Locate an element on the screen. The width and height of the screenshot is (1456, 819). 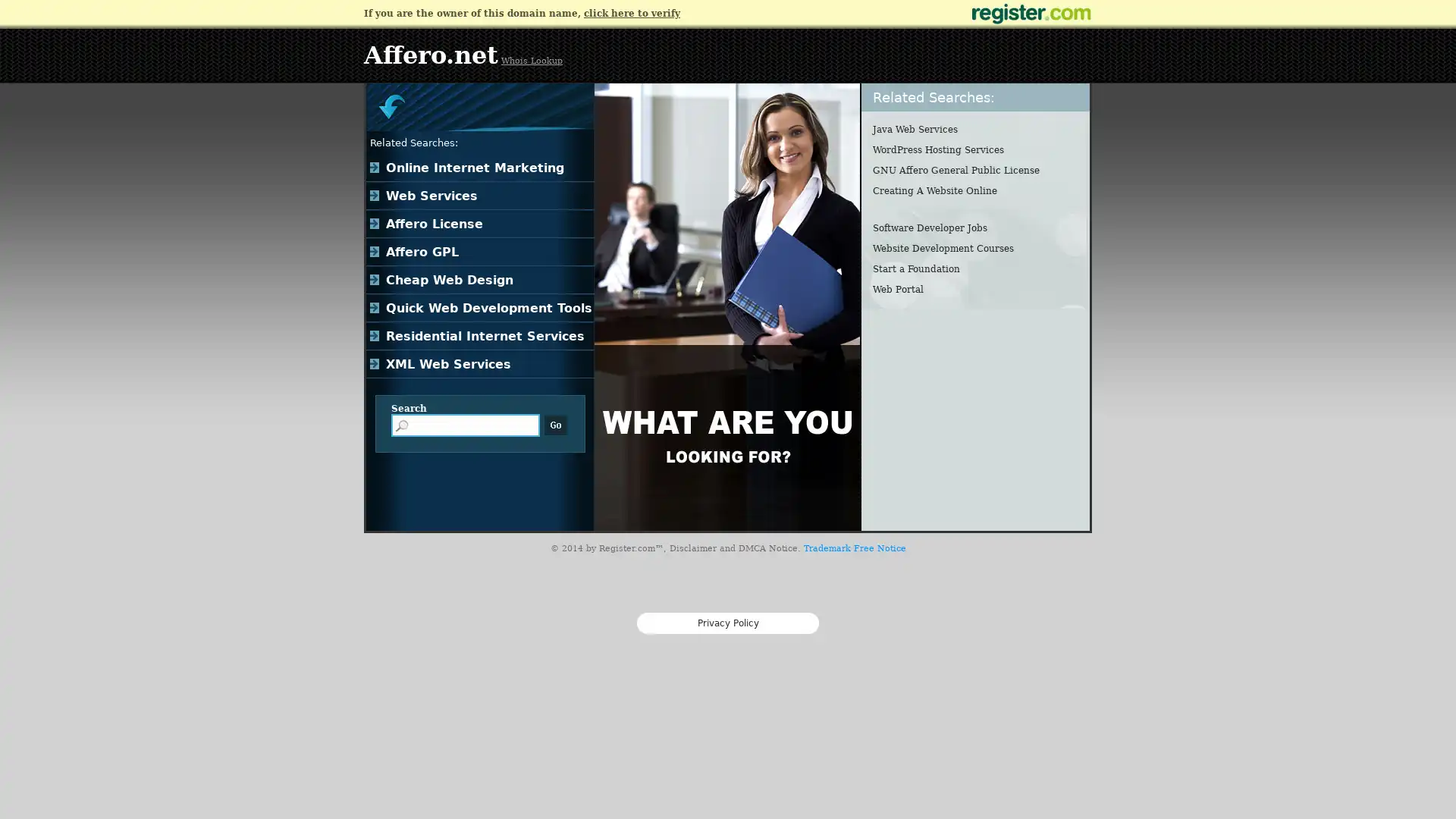
Go is located at coordinates (555, 425).